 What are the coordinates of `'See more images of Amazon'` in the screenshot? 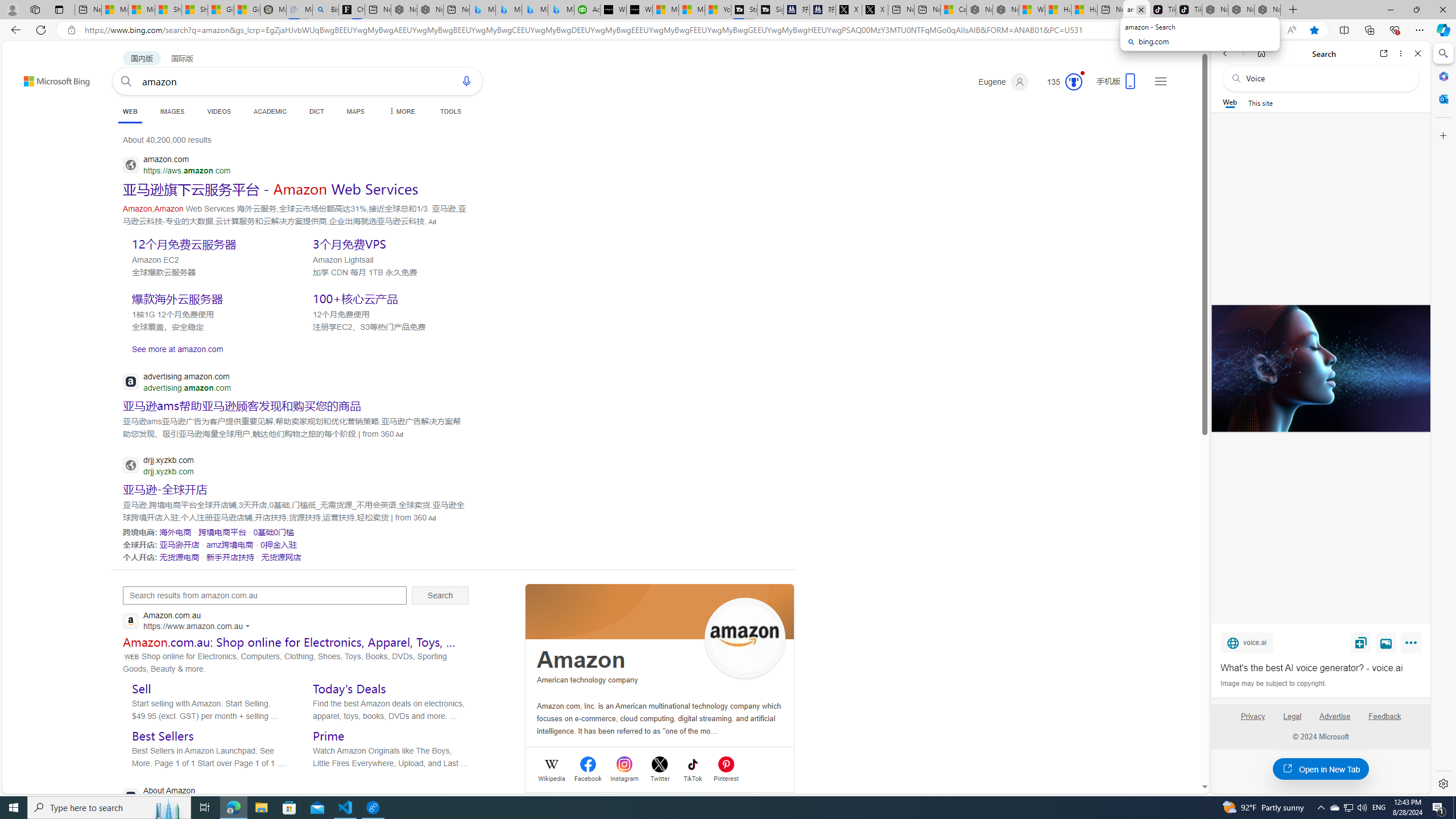 It's located at (744, 638).